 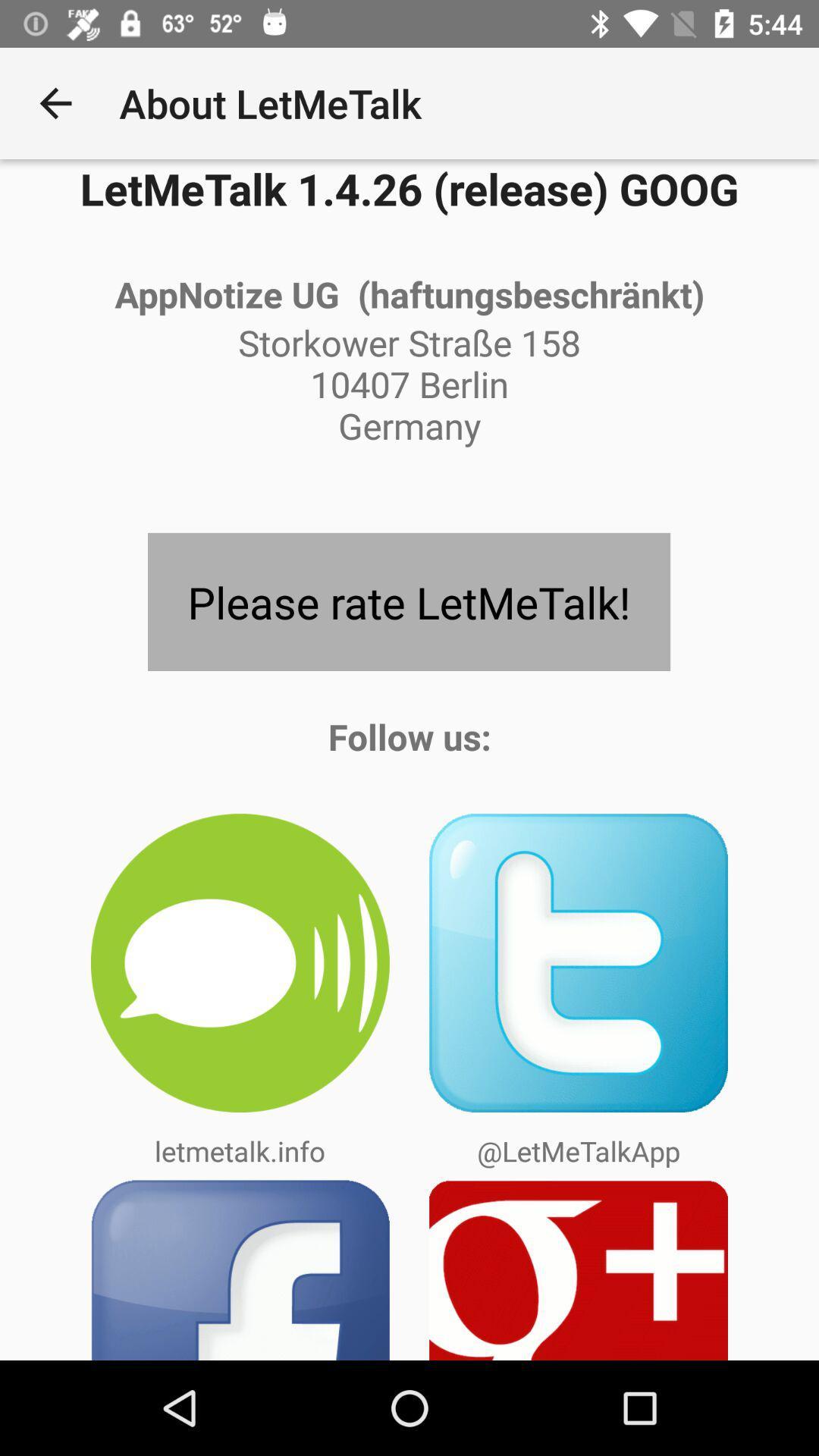 I want to click on message, so click(x=239, y=962).